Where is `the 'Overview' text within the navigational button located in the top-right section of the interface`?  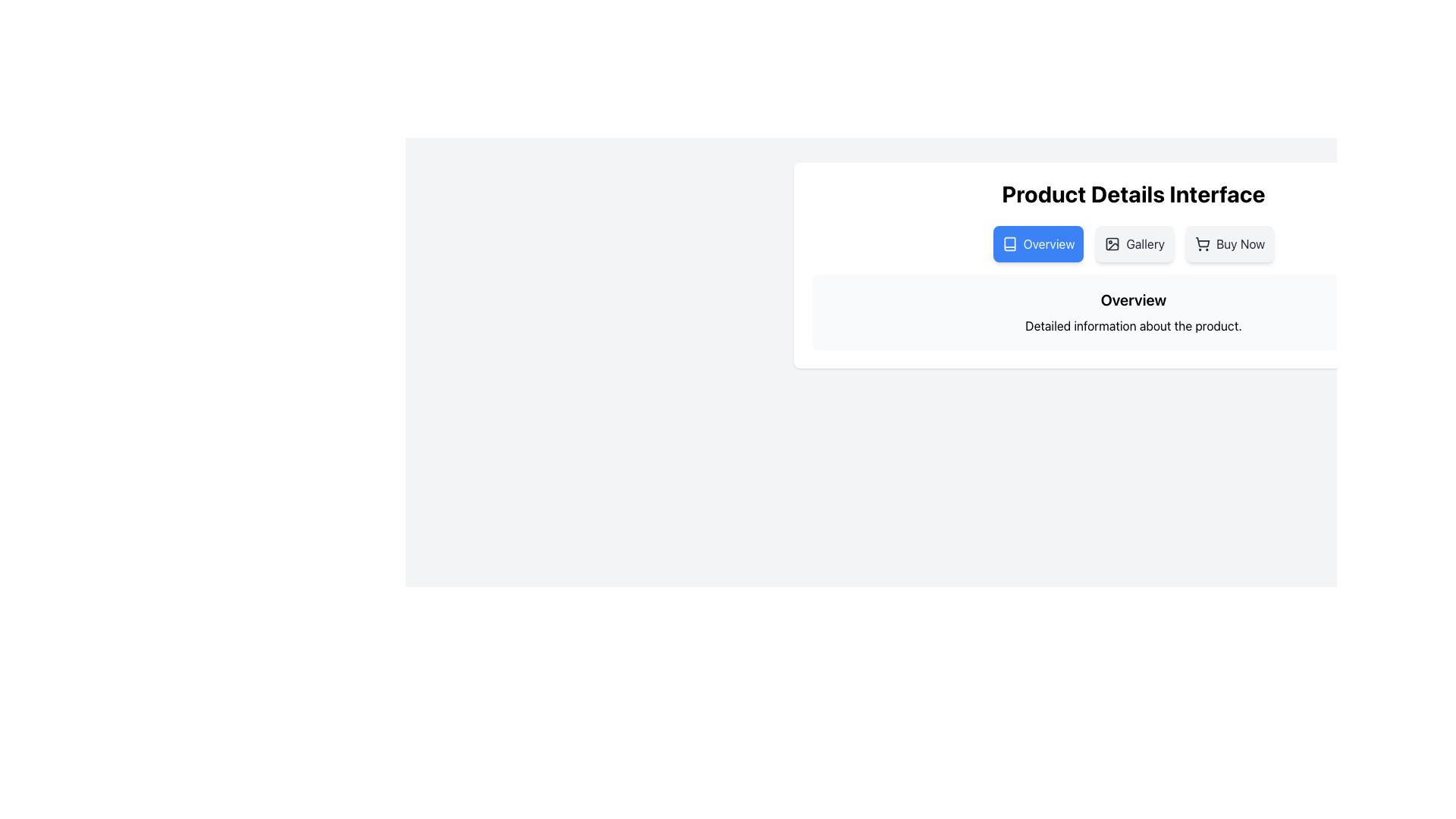
the 'Overview' text within the navigational button located in the top-right section of the interface is located at coordinates (1048, 243).